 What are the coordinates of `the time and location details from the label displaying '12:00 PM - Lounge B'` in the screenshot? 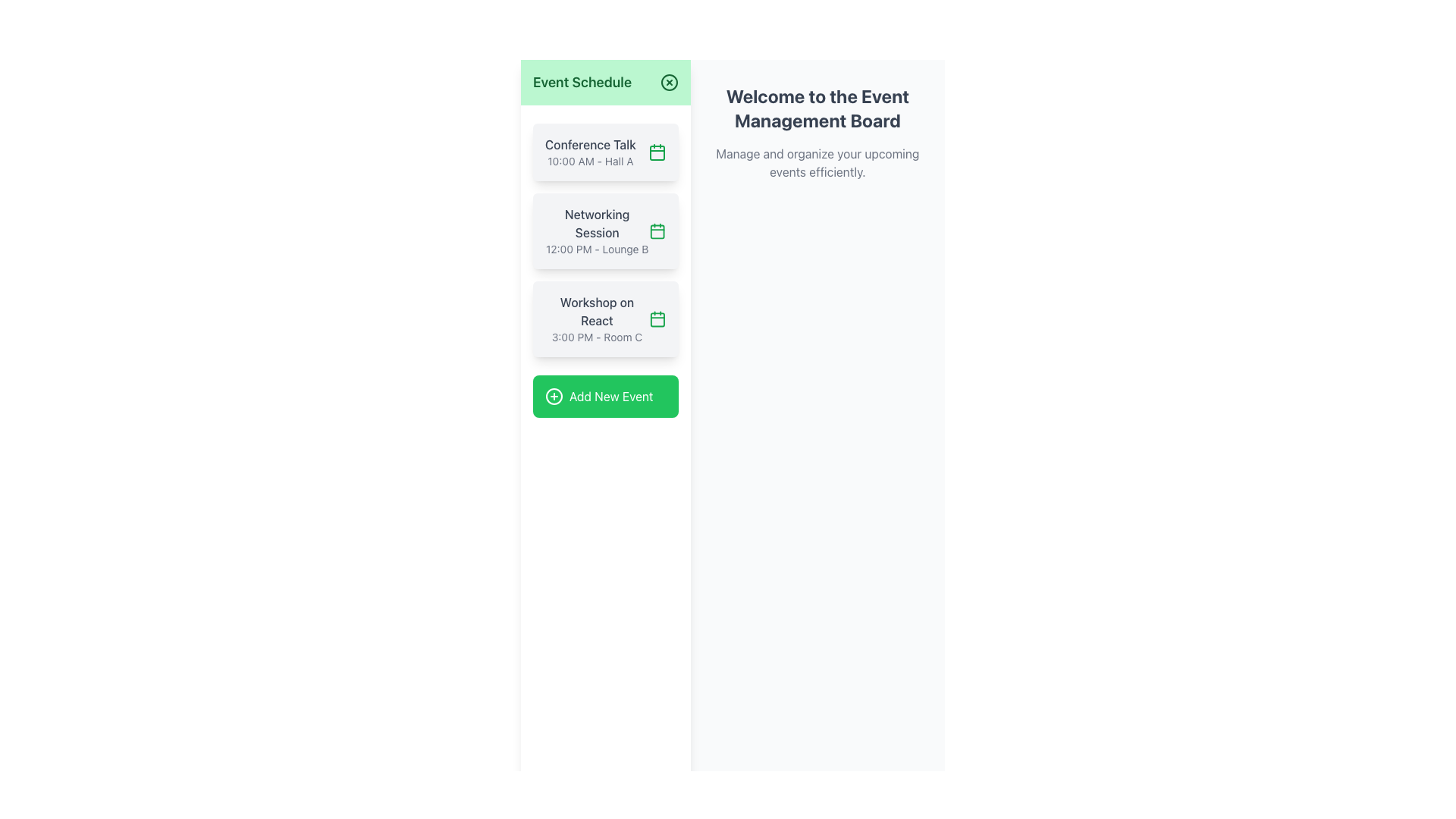 It's located at (596, 248).